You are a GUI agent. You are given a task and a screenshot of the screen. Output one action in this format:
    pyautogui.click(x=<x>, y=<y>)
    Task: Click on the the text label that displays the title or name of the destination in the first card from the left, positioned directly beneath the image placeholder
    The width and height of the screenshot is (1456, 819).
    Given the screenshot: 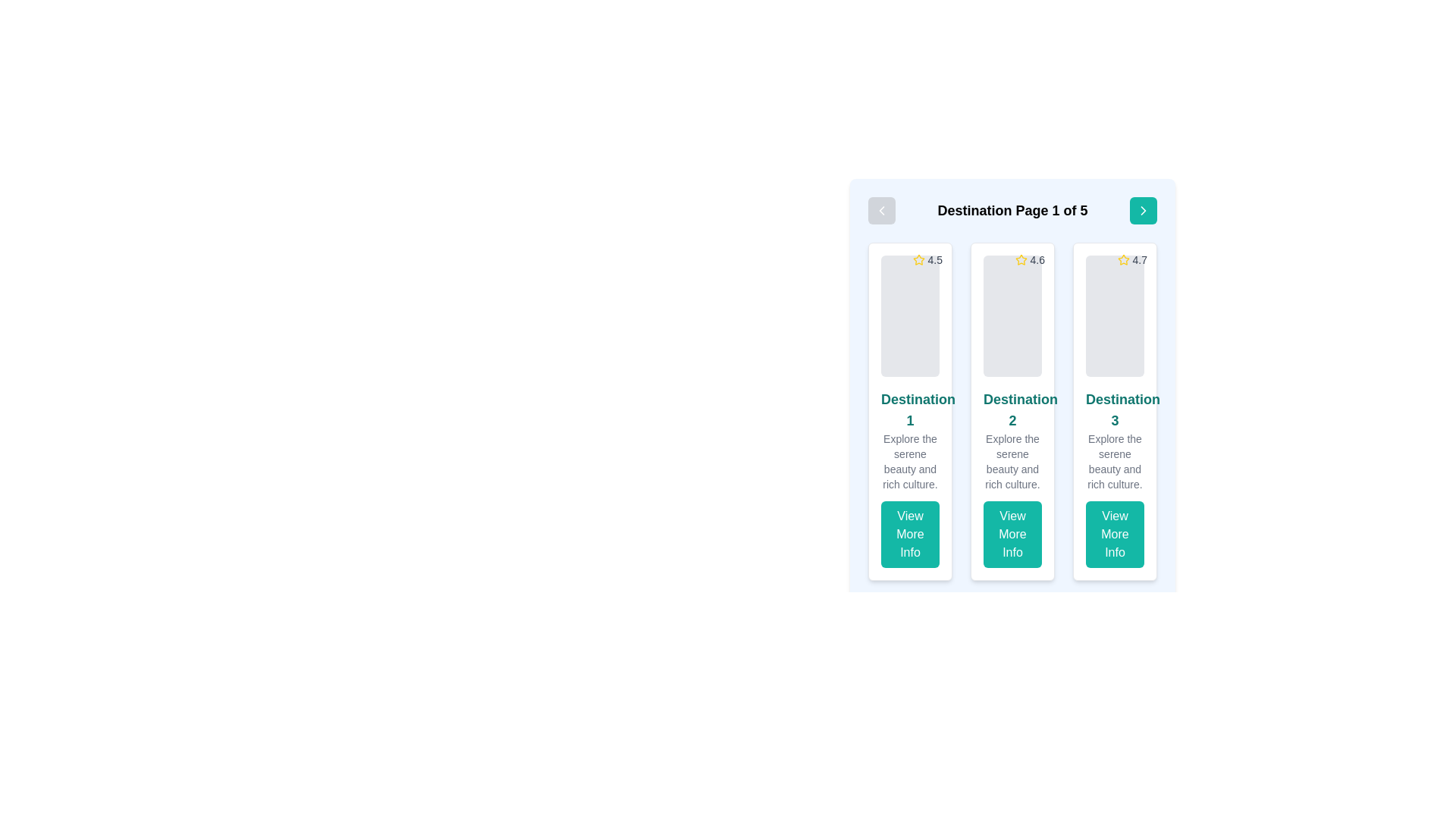 What is the action you would take?
    pyautogui.click(x=910, y=409)
    